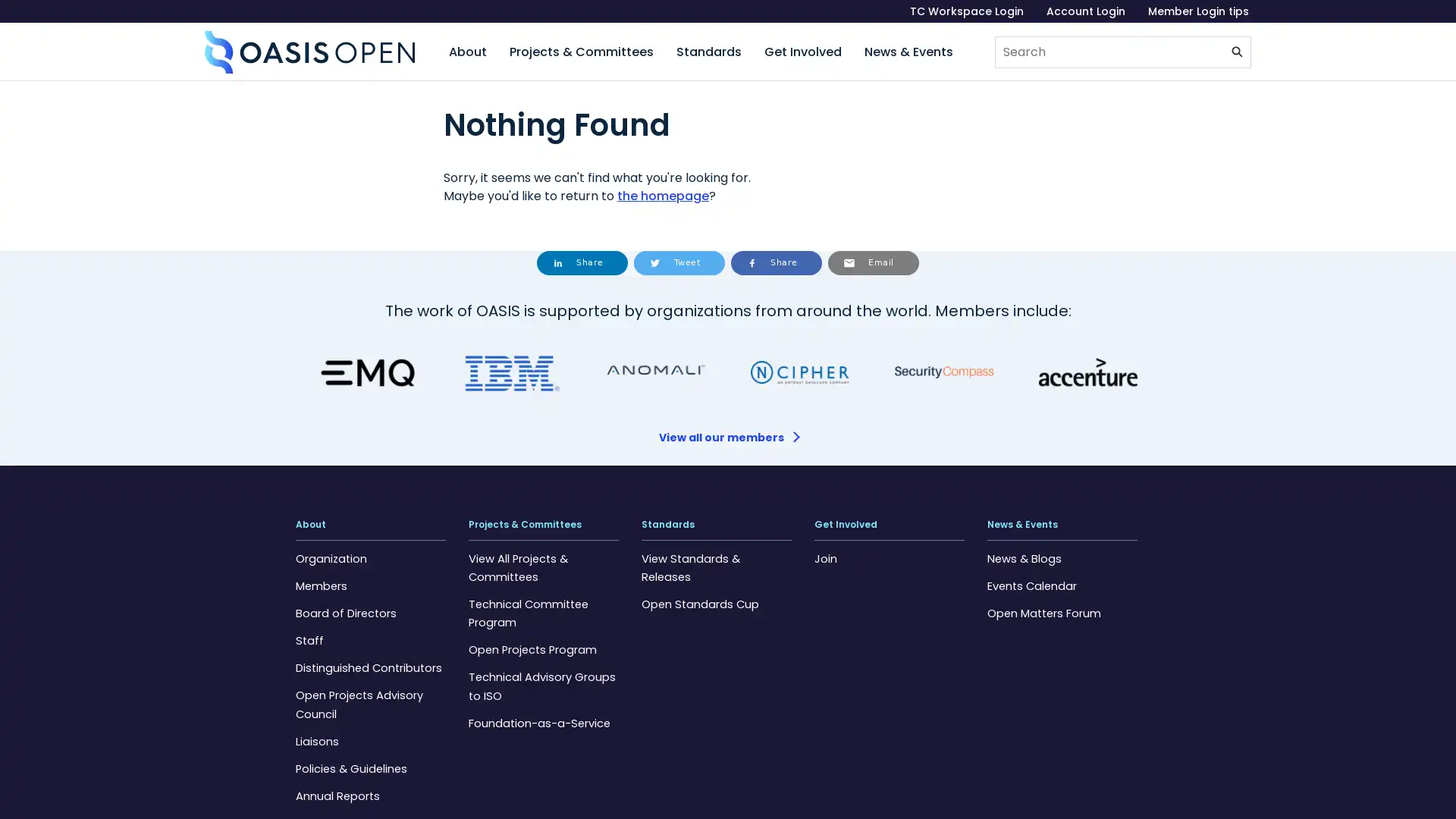  What do you see at coordinates (1238, 52) in the screenshot?
I see `Submit search` at bounding box center [1238, 52].